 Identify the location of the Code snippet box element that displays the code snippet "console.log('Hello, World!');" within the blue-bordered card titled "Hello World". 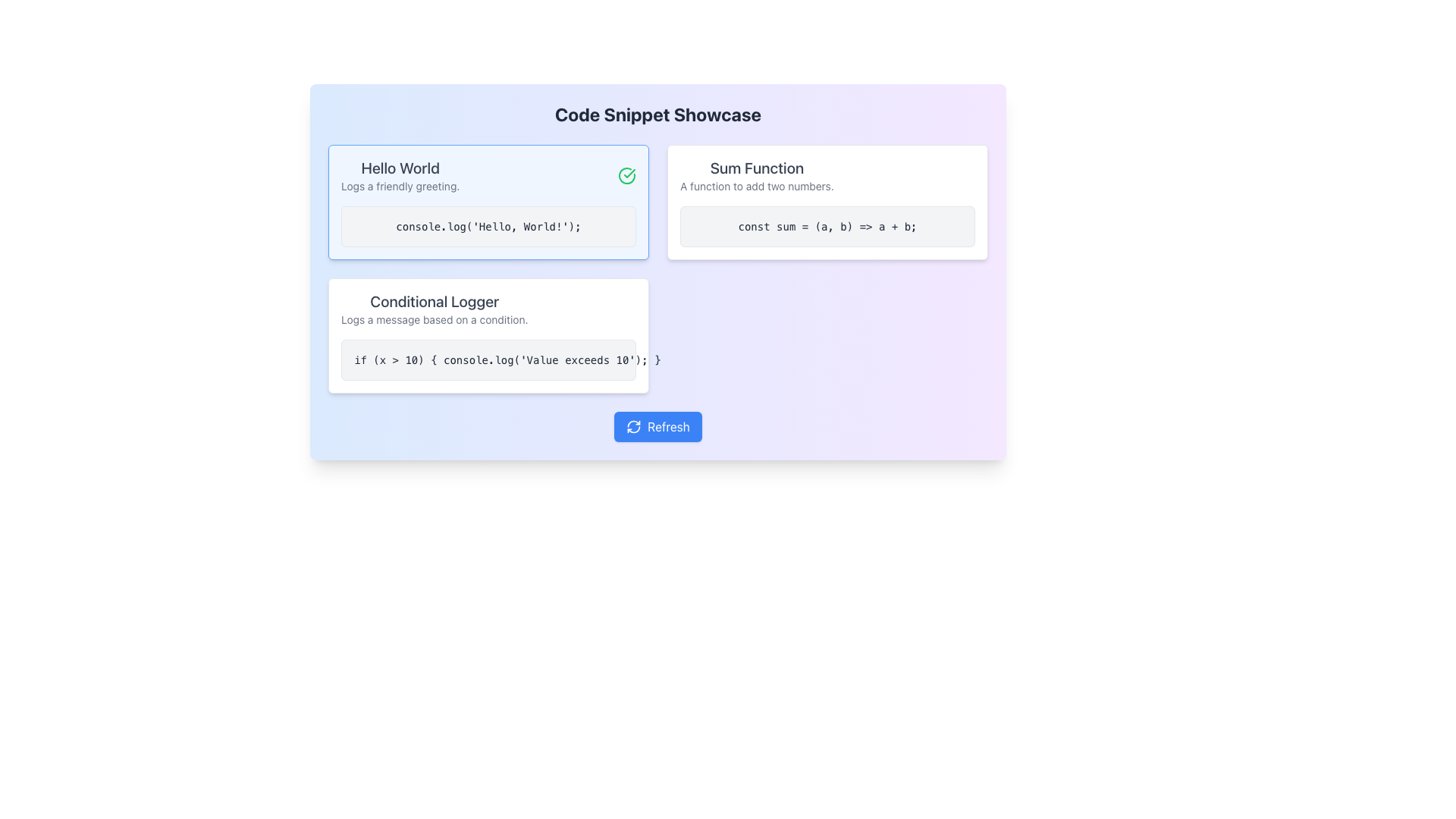
(488, 227).